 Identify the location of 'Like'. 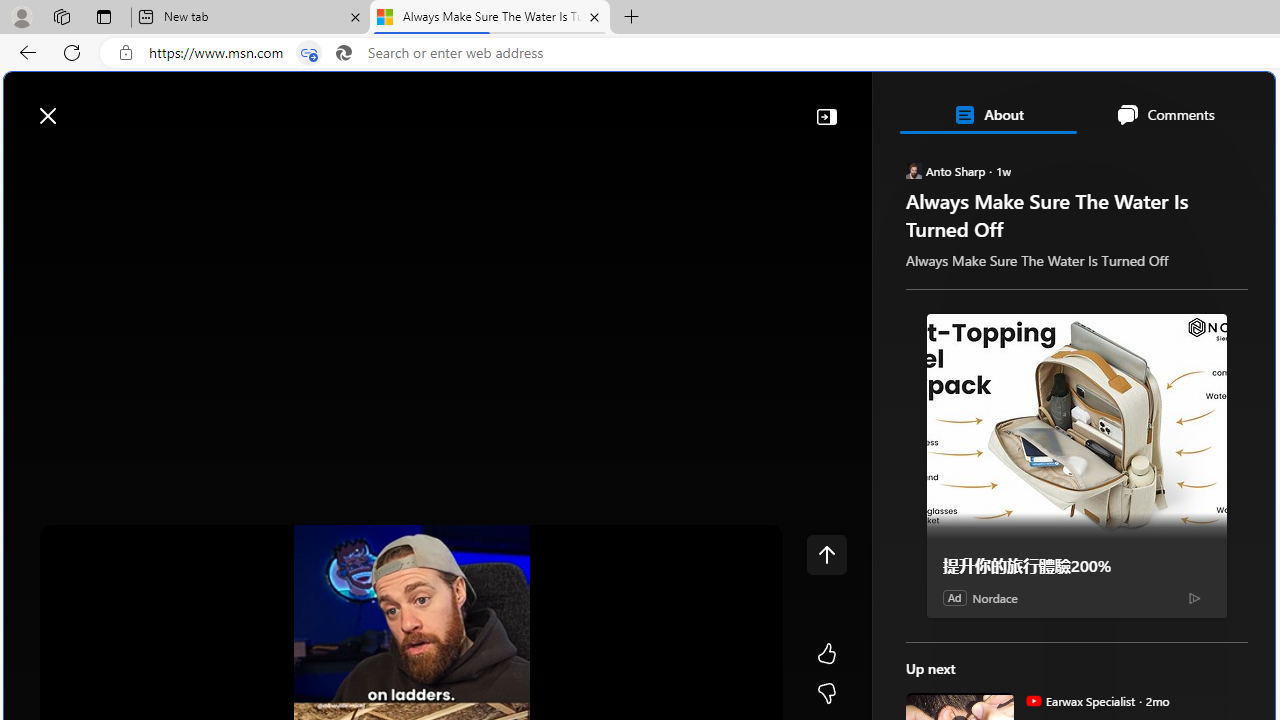
(826, 654).